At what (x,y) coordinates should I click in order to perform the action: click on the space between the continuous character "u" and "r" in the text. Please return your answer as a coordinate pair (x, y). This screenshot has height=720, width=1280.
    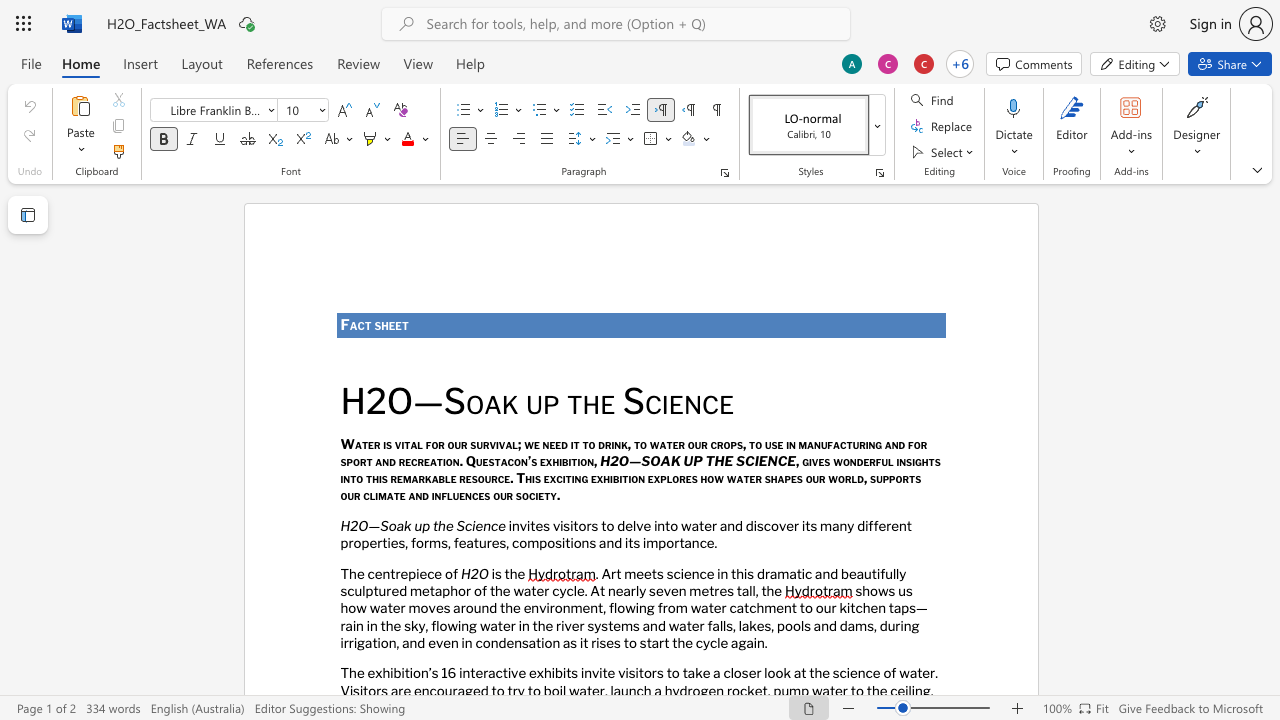
    Looking at the image, I should click on (506, 495).